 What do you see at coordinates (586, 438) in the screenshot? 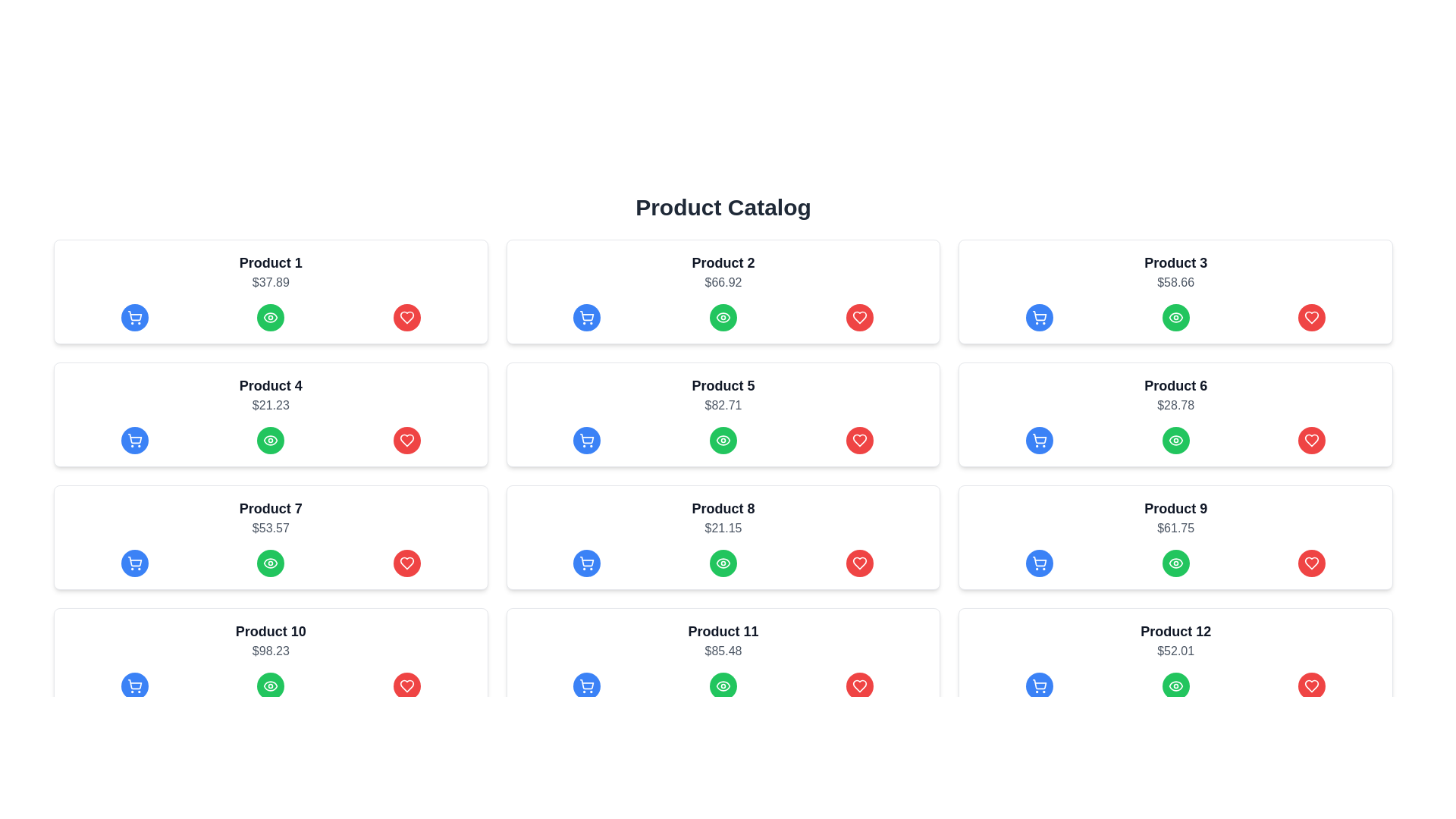
I see `the blue outlined shopping cart icon in the middle row of the catalog card for 'Product 5'` at bounding box center [586, 438].